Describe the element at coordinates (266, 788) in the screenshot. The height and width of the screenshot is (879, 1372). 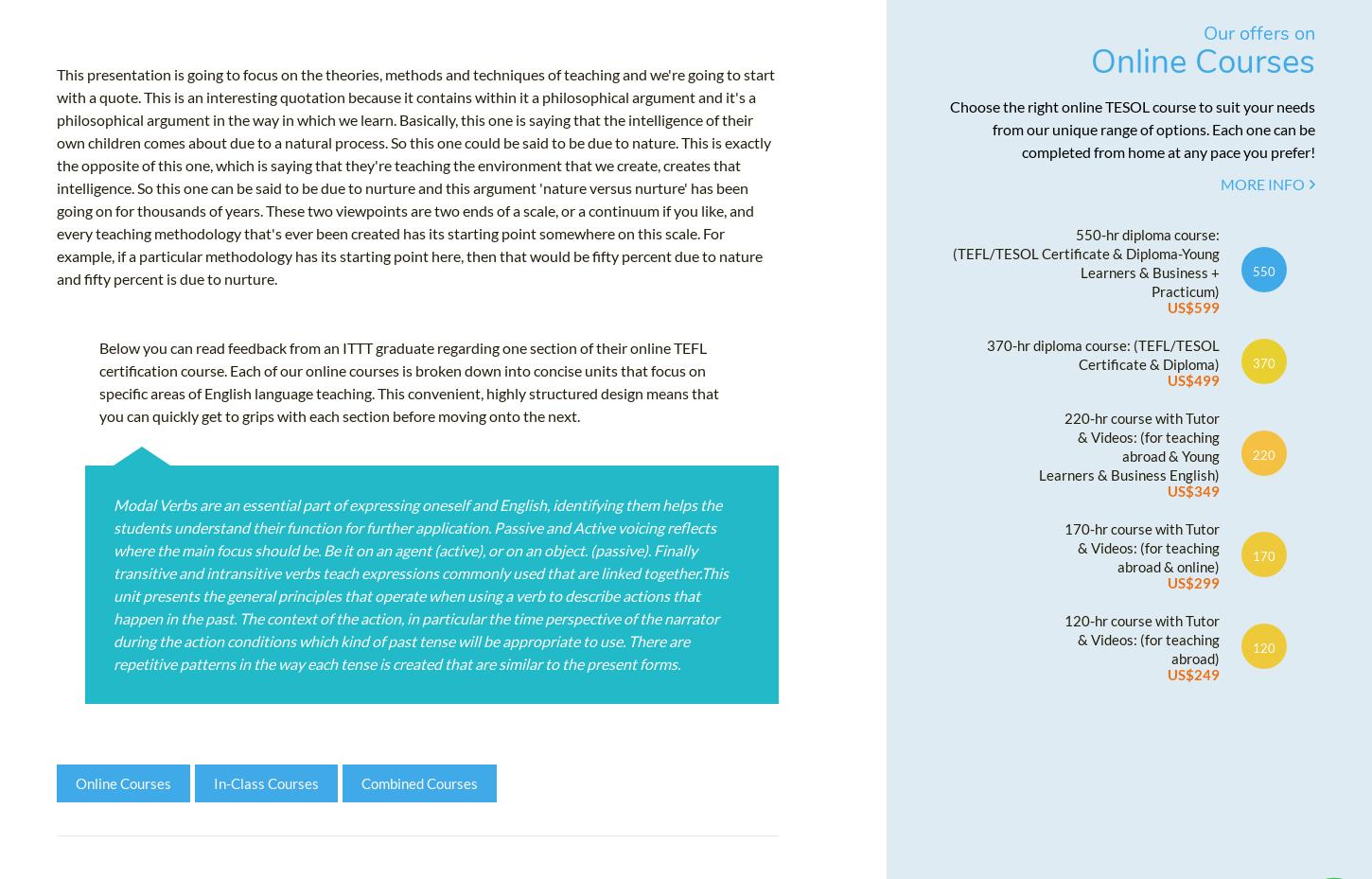
I see `'In-Class Courses'` at that location.